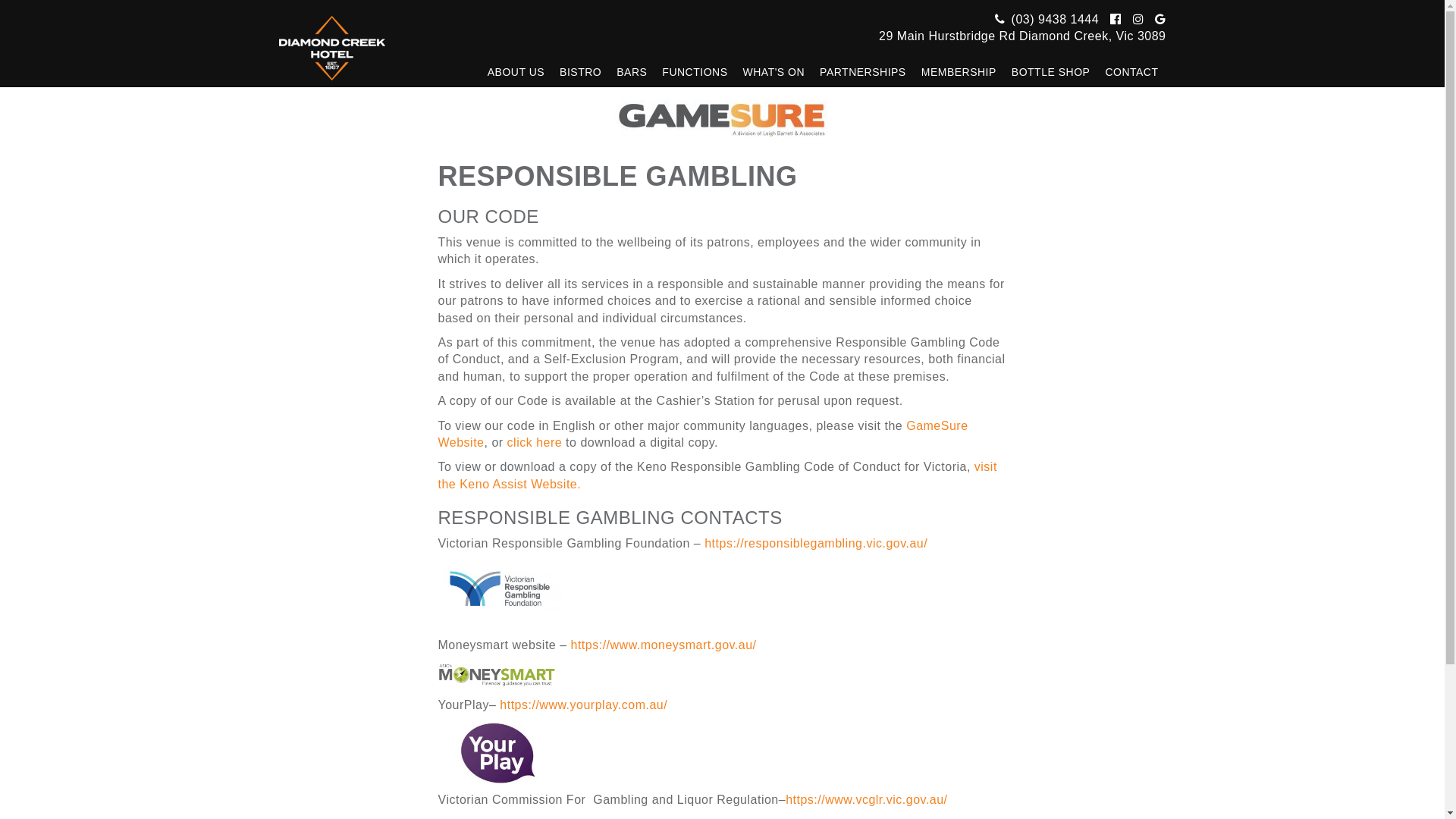  What do you see at coordinates (479, 72) in the screenshot?
I see `'ABOUT US'` at bounding box center [479, 72].